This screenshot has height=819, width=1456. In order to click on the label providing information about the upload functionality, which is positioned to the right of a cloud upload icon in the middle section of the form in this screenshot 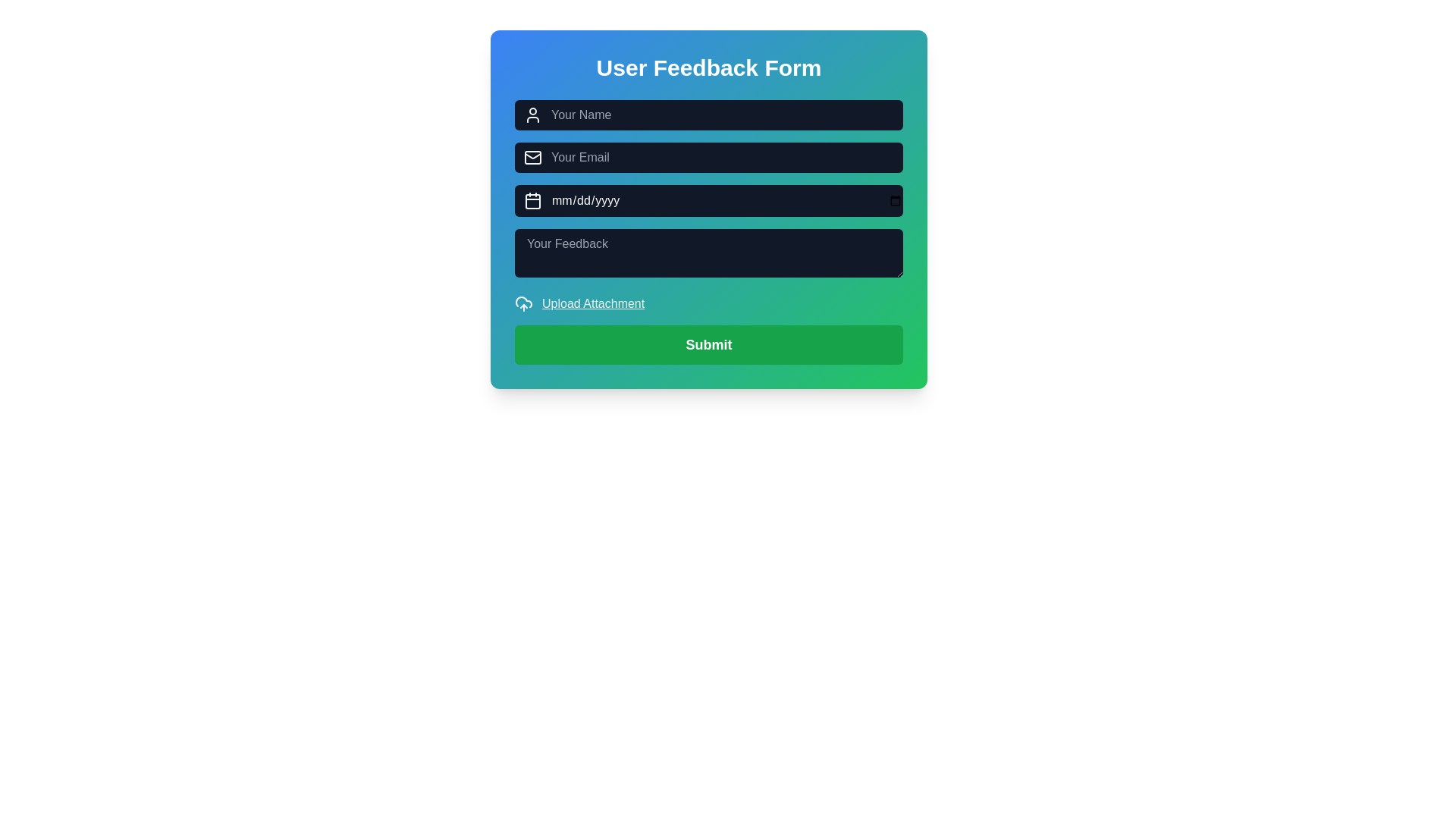, I will do `click(592, 304)`.